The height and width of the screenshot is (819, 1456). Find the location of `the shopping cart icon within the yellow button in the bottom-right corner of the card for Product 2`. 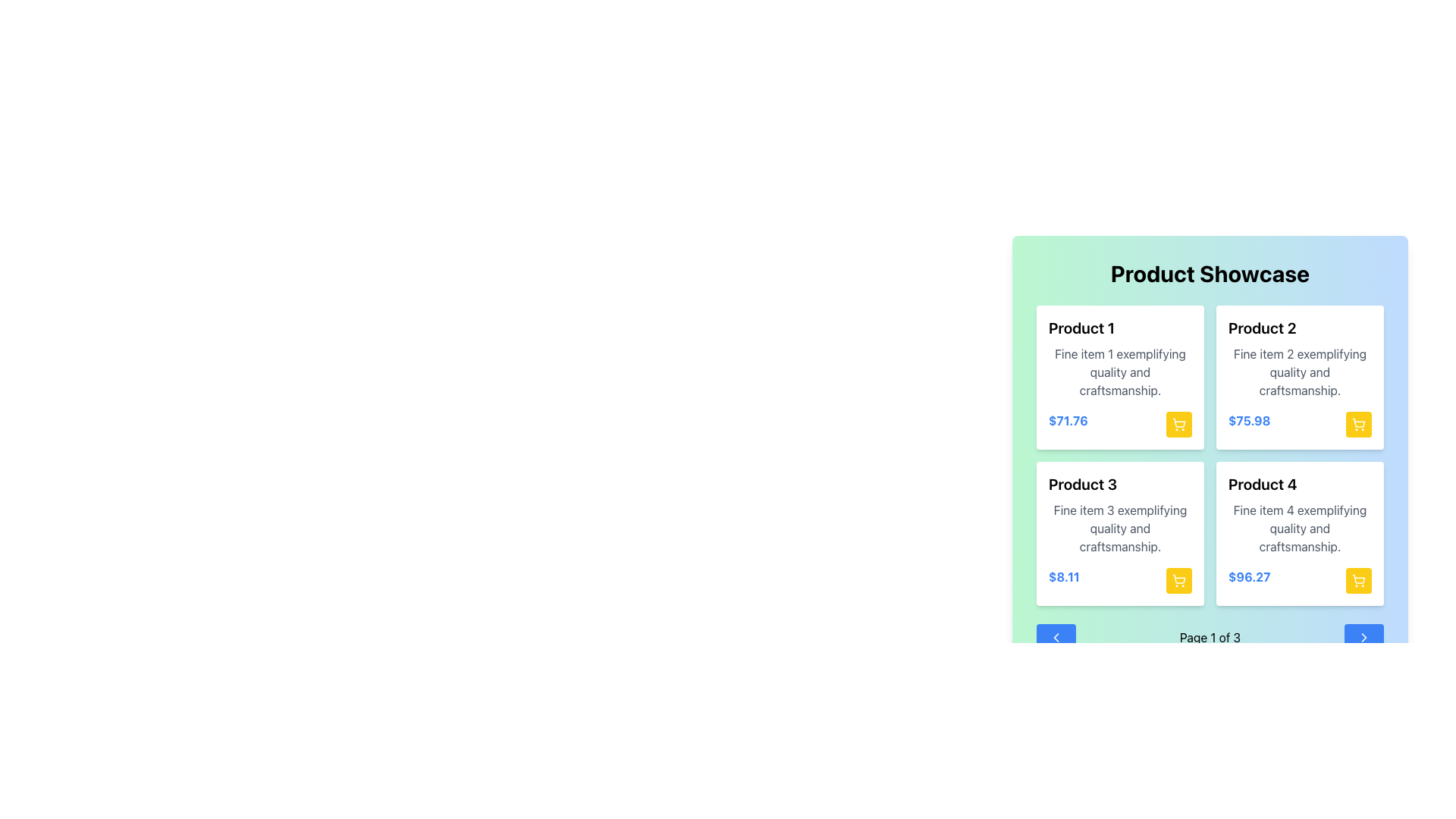

the shopping cart icon within the yellow button in the bottom-right corner of the card for Product 2 is located at coordinates (1358, 424).